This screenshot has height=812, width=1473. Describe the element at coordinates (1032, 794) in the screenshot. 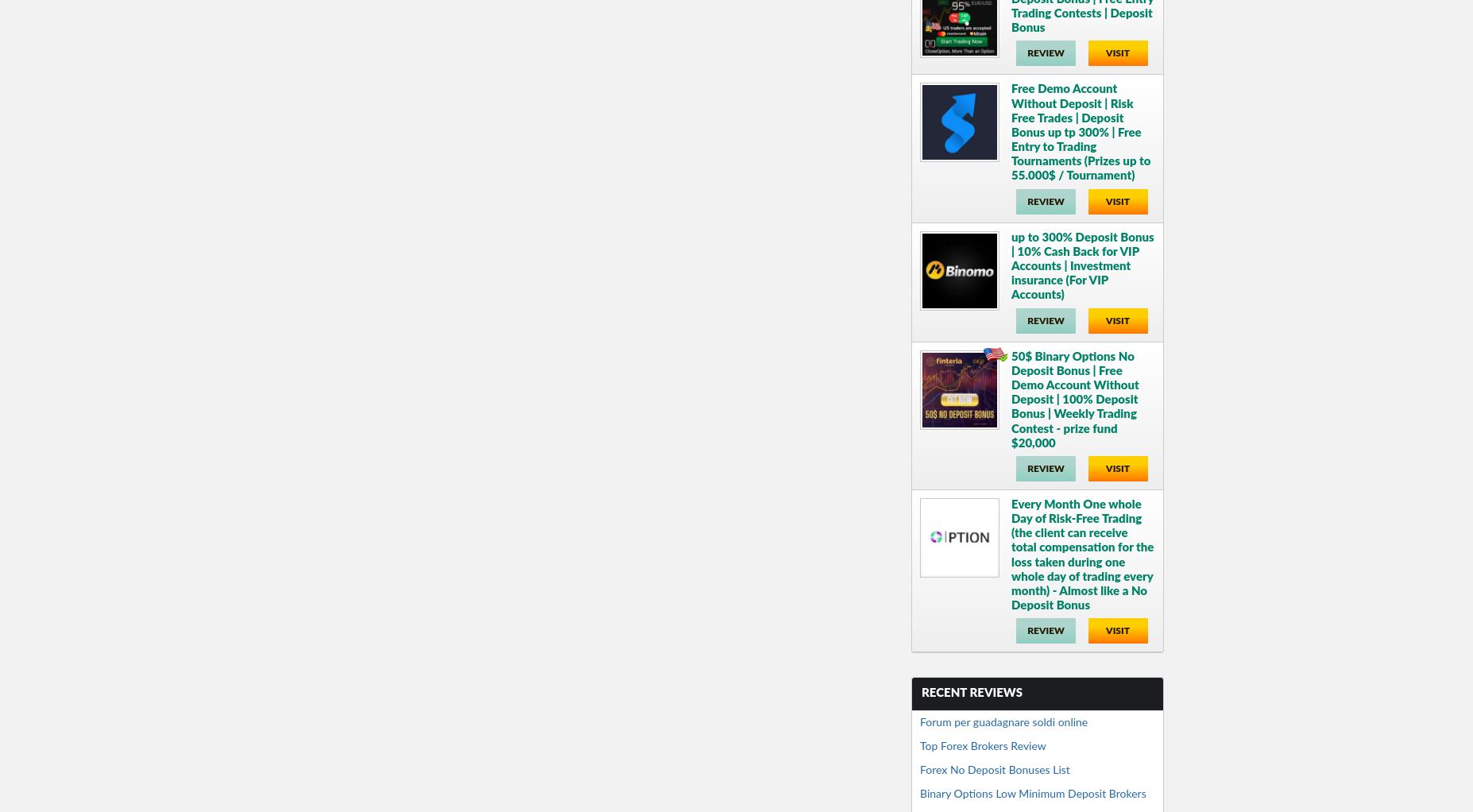

I see `'Binary Options Low Minimum Deposit Brokers'` at that location.